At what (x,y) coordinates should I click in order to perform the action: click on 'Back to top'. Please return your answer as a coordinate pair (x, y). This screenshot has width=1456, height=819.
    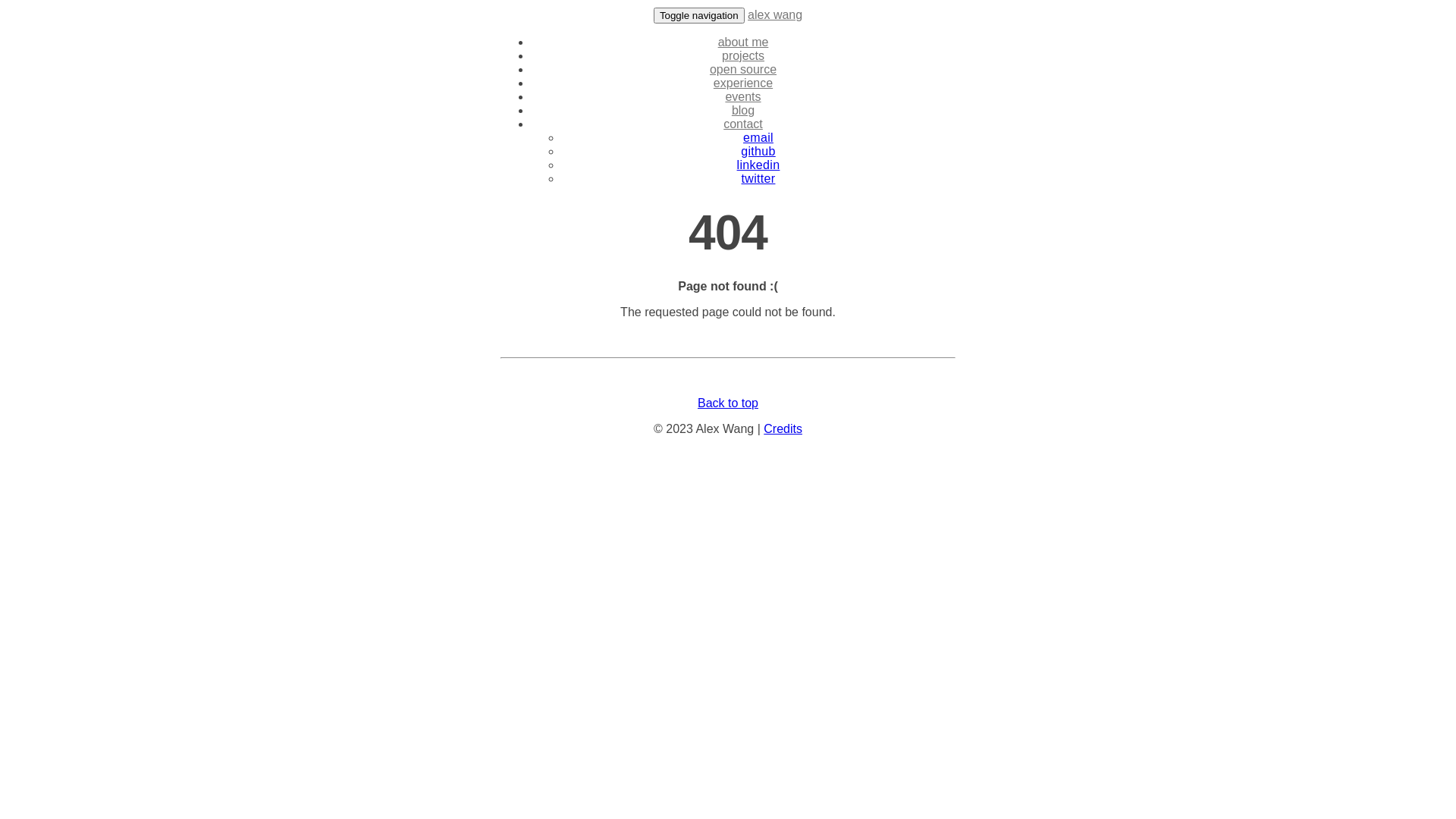
    Looking at the image, I should click on (728, 402).